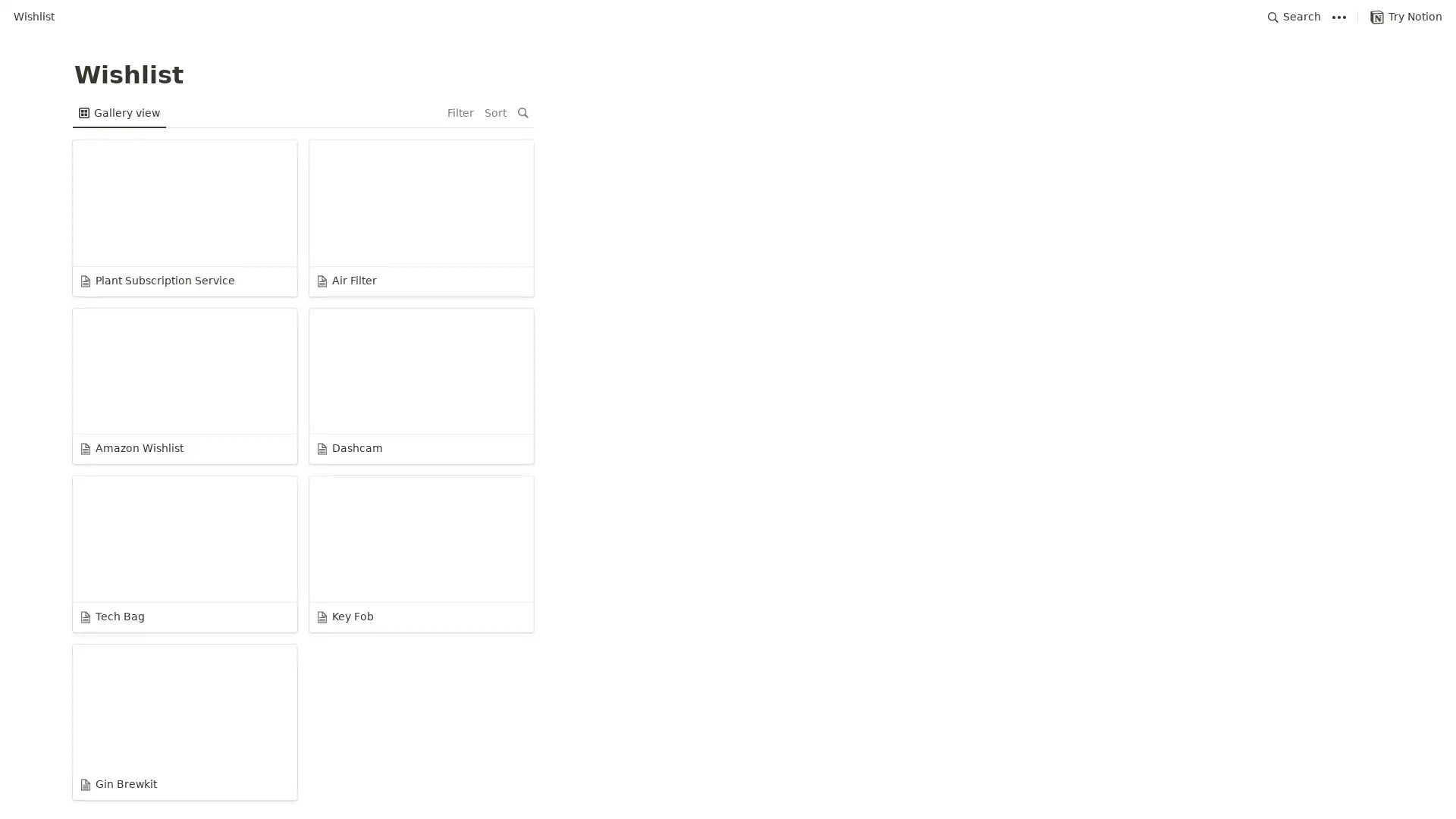  Describe the element at coordinates (617, 224) in the screenshot. I see `Drag image to reposition Amazon Wishlist` at that location.